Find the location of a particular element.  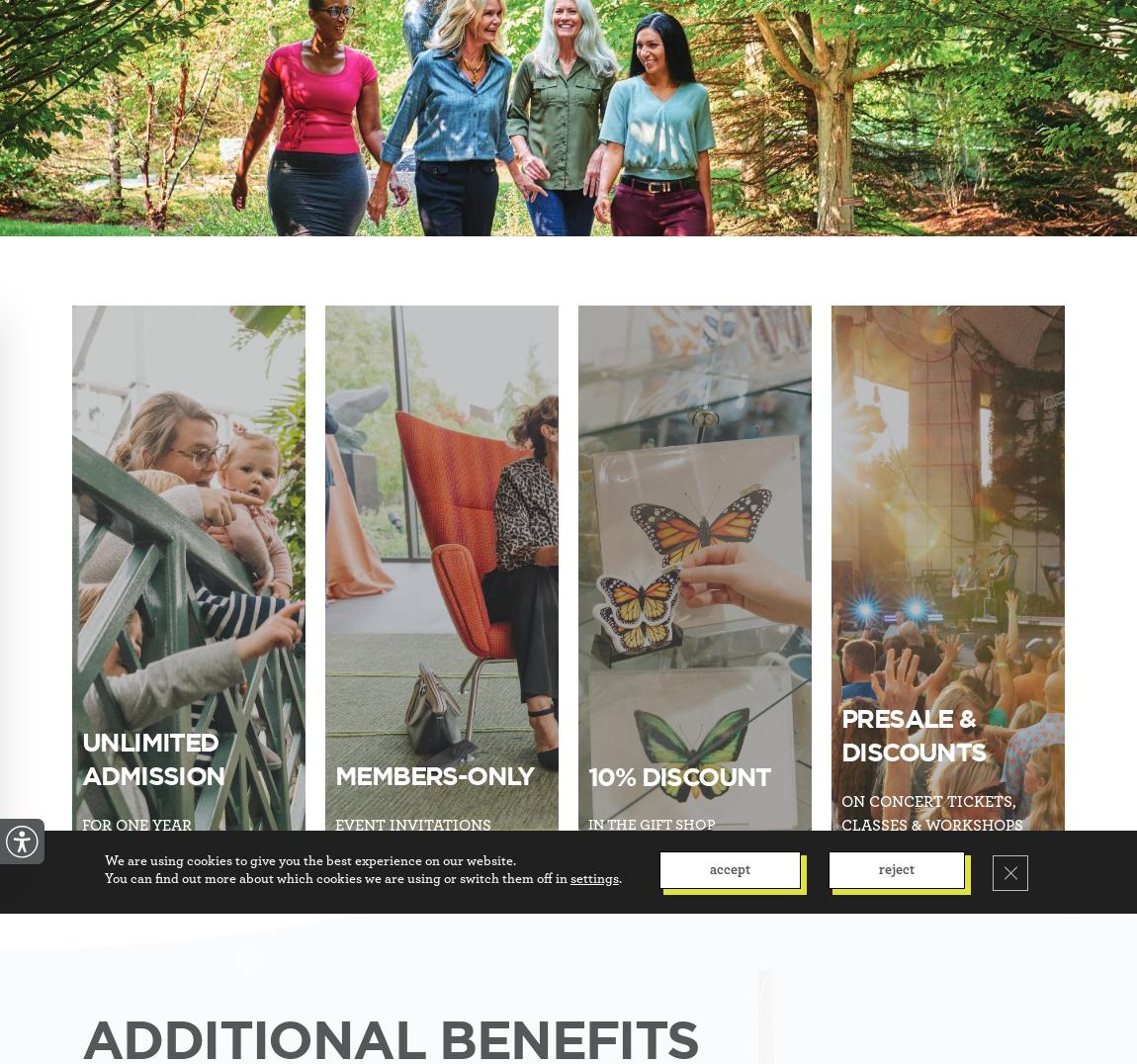

'Members-Only' is located at coordinates (335, 774).